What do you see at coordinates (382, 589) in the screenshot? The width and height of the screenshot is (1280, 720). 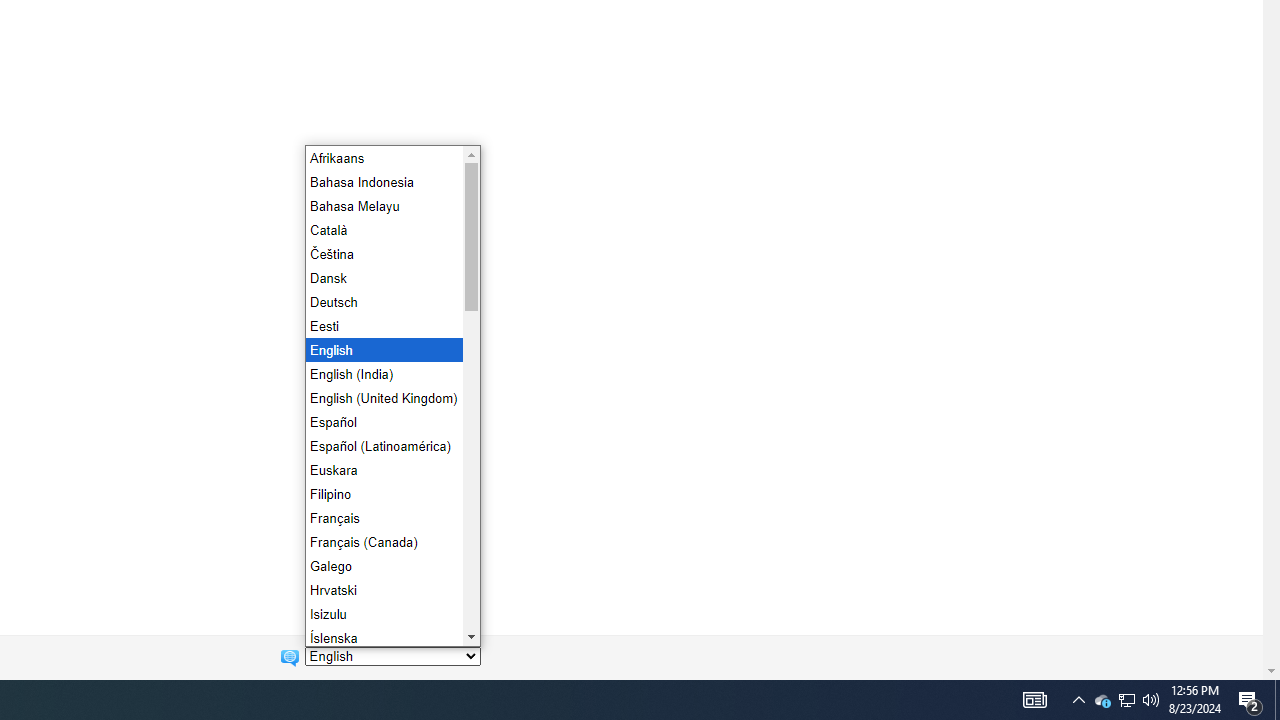 I see `'Hrvatski'` at bounding box center [382, 589].